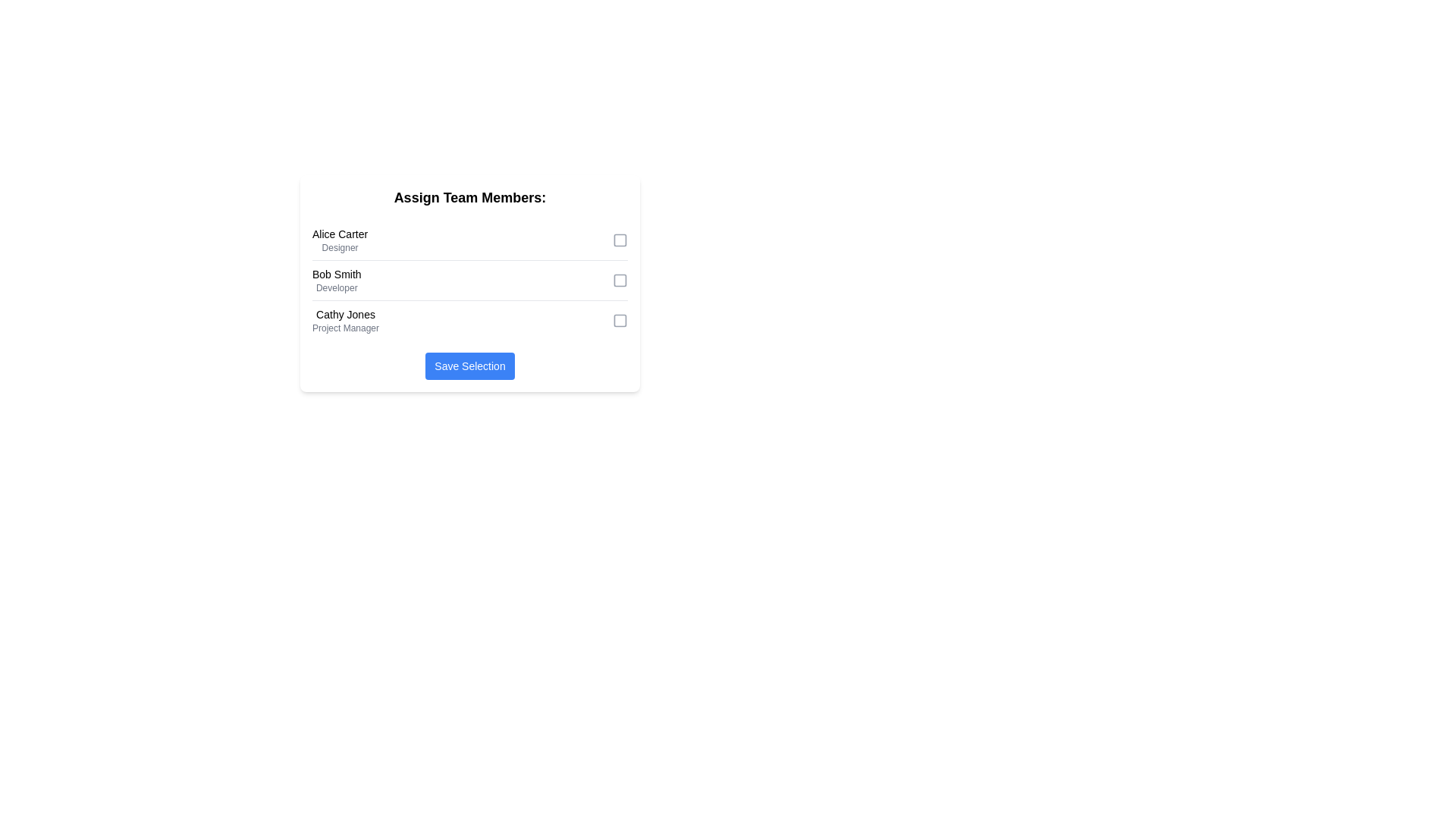 The width and height of the screenshot is (1456, 819). What do you see at coordinates (336, 281) in the screenshot?
I see `the second entry in the vertical list of team members displaying a team member's name and designation` at bounding box center [336, 281].